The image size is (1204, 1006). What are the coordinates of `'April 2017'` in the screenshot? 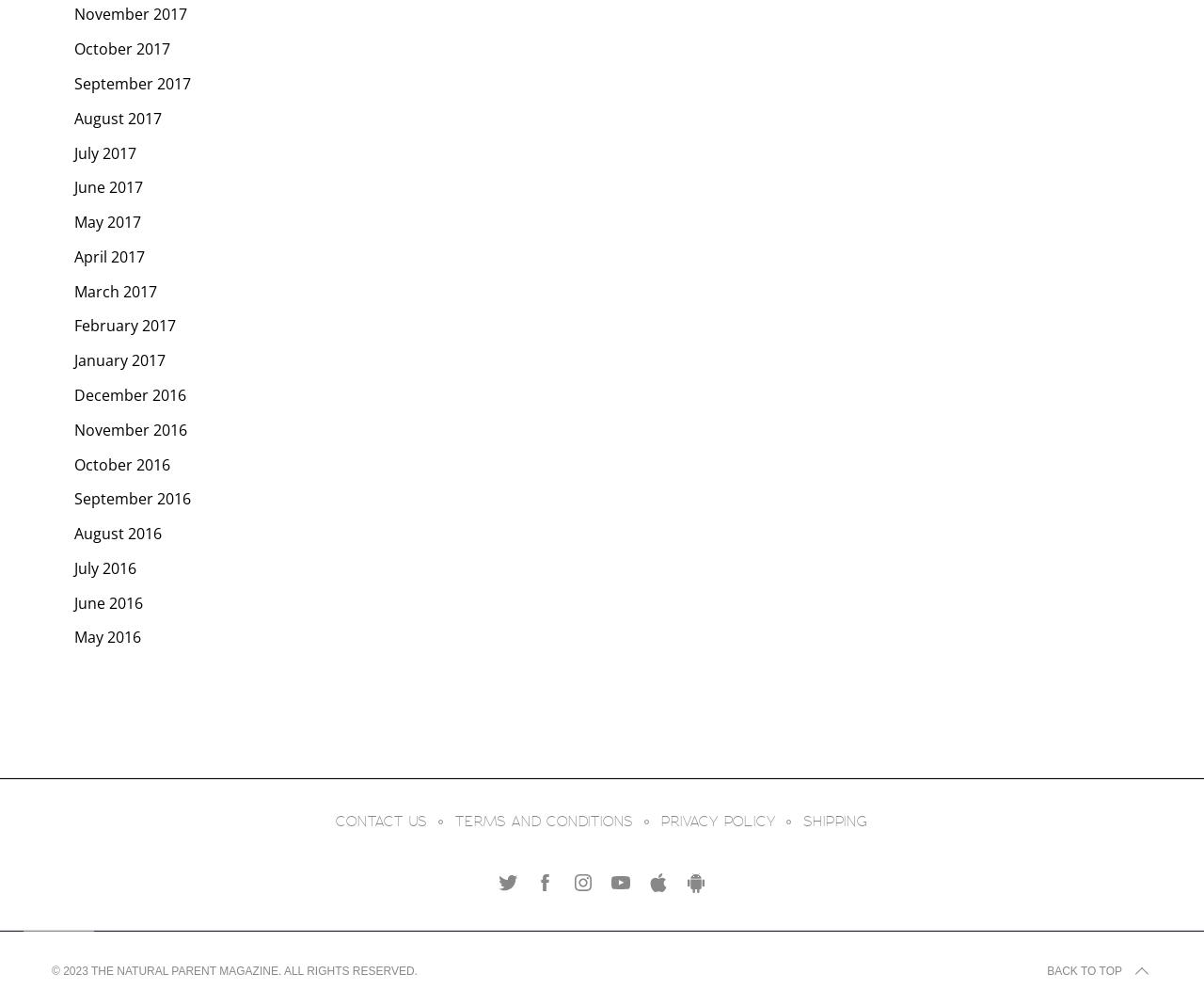 It's located at (108, 254).